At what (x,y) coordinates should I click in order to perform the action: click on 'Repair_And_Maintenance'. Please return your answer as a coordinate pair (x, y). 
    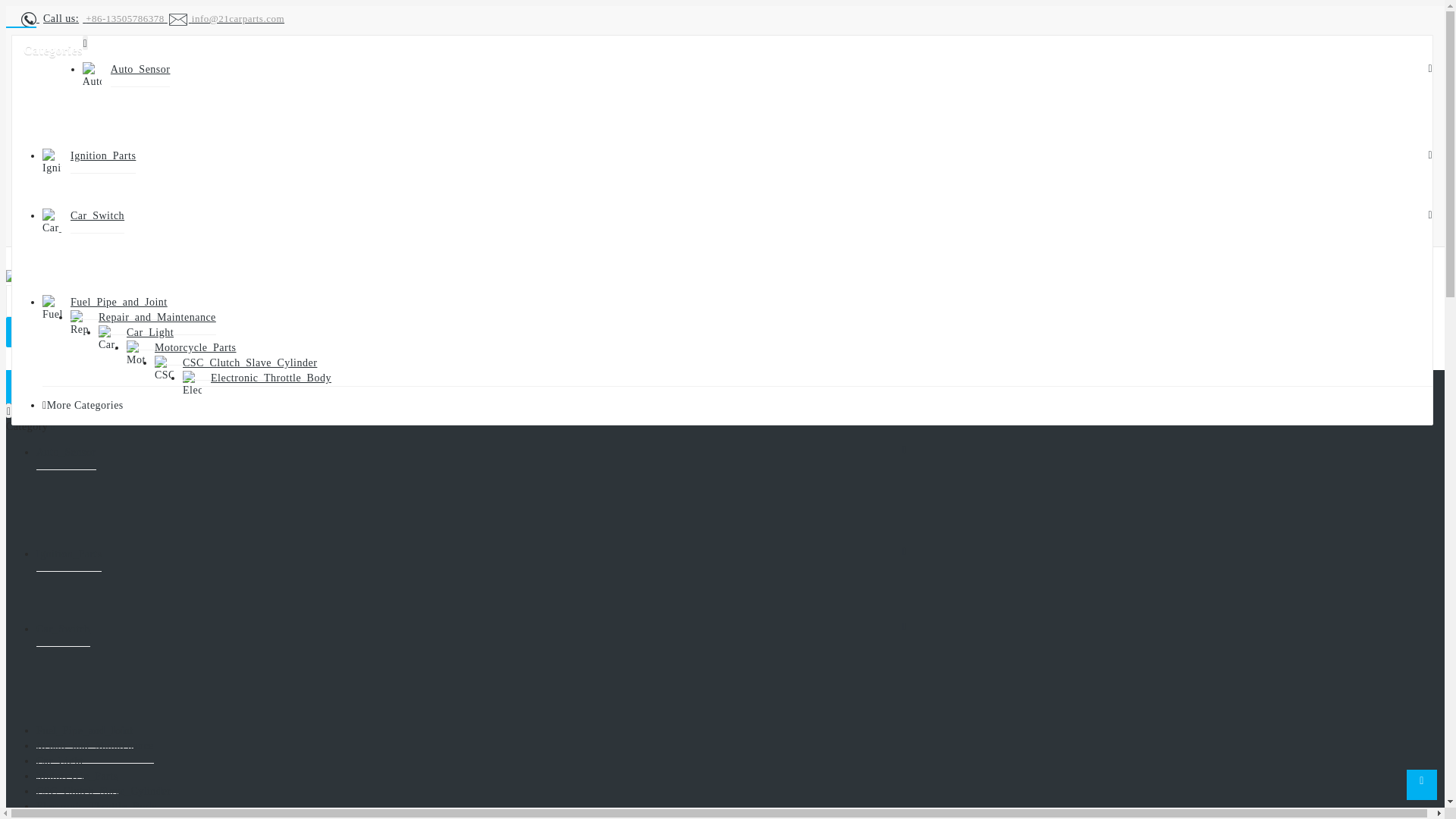
    Looking at the image, I should click on (94, 745).